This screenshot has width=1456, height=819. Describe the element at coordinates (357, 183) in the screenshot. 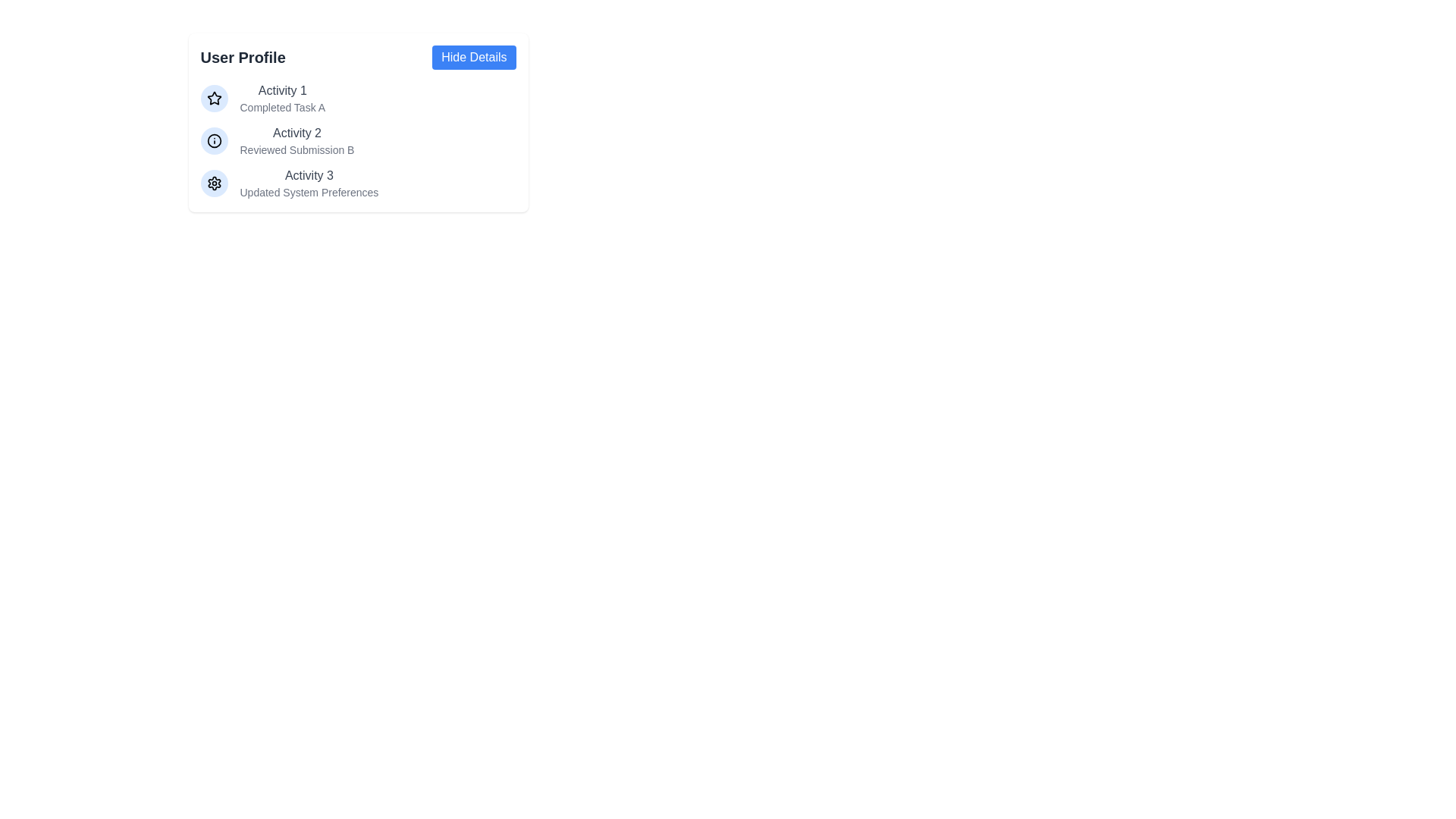

I see `the list item displaying 'Activity 3'` at that location.